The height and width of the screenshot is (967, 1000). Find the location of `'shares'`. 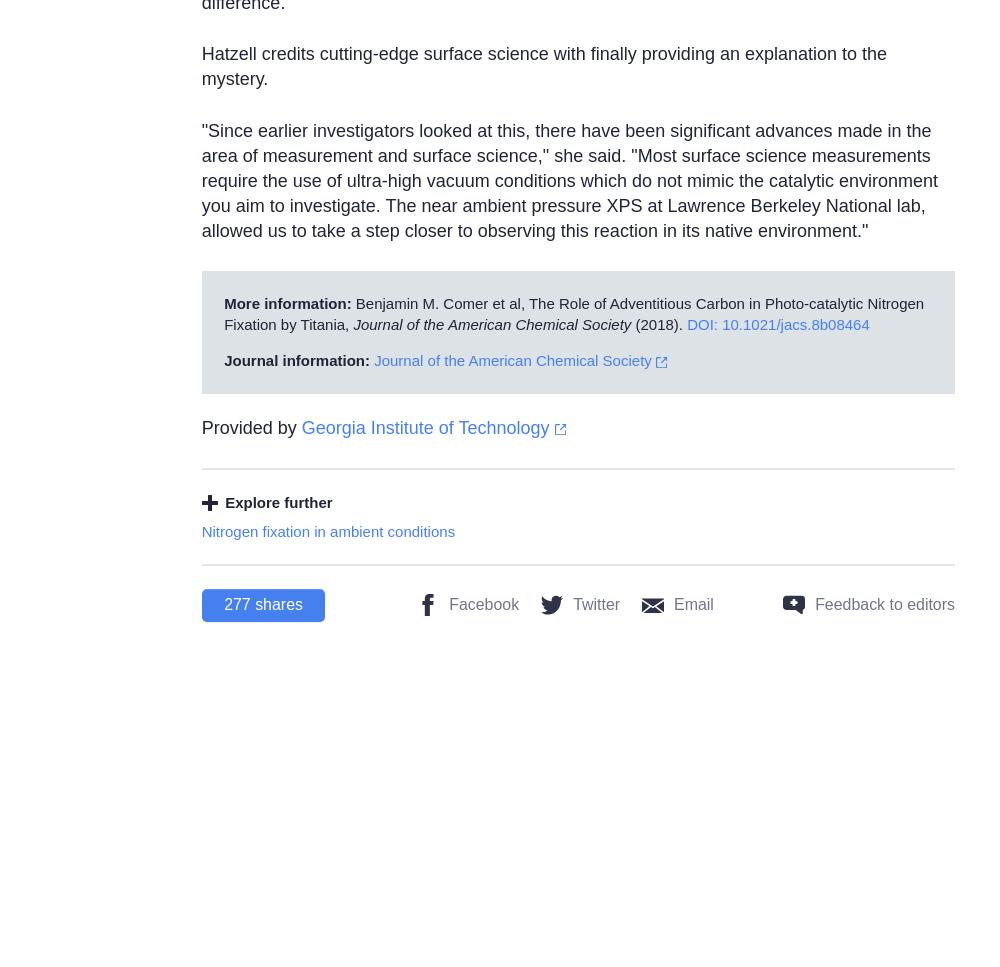

'shares' is located at coordinates (276, 604).